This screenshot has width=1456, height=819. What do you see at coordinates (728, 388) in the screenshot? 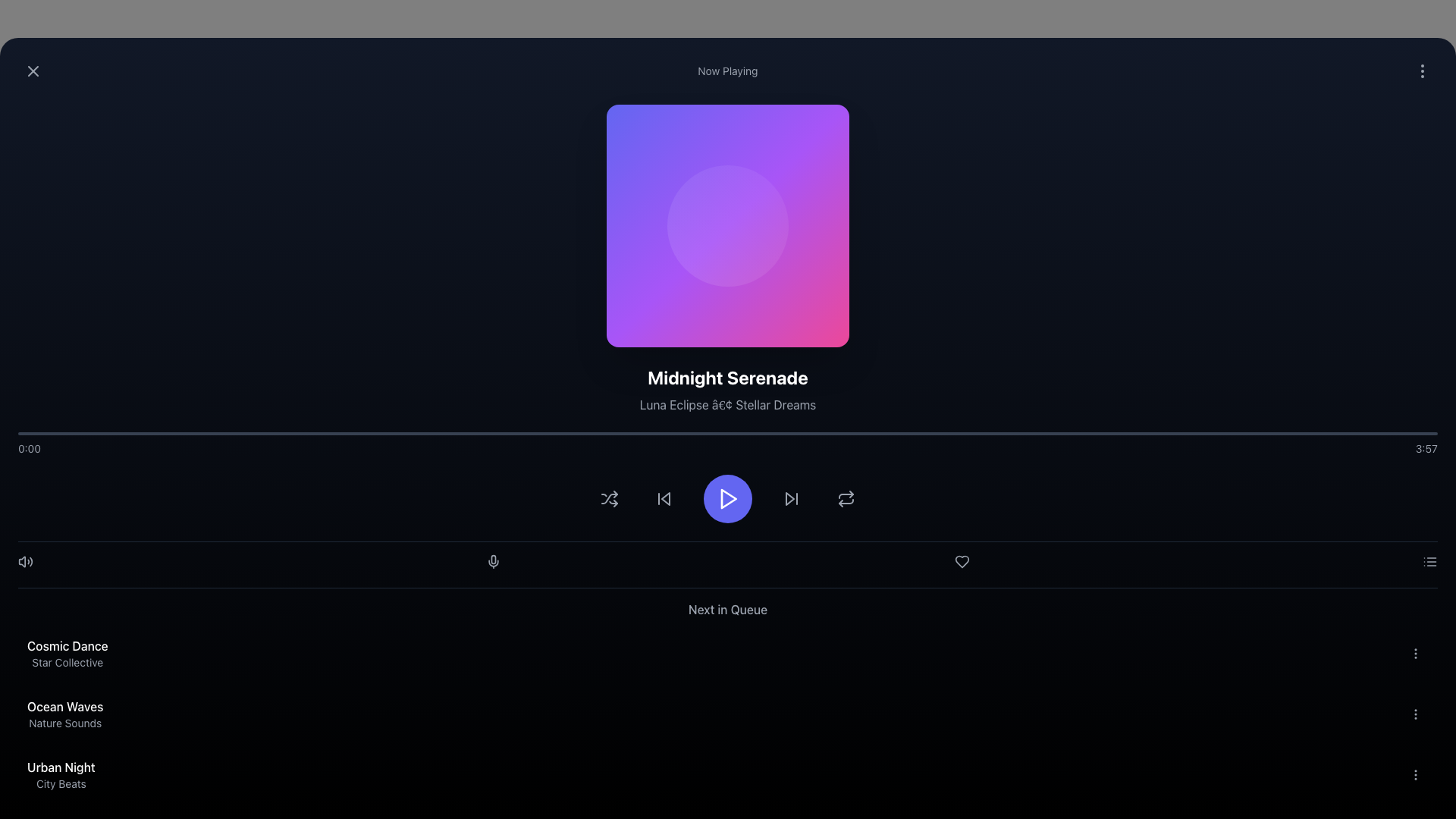
I see `the text element displaying the headline 'Midnight Serenade' and the subtext 'Luna Eclipse • Stellar Dreams', which is centrally aligned beneath a graphic display area` at bounding box center [728, 388].